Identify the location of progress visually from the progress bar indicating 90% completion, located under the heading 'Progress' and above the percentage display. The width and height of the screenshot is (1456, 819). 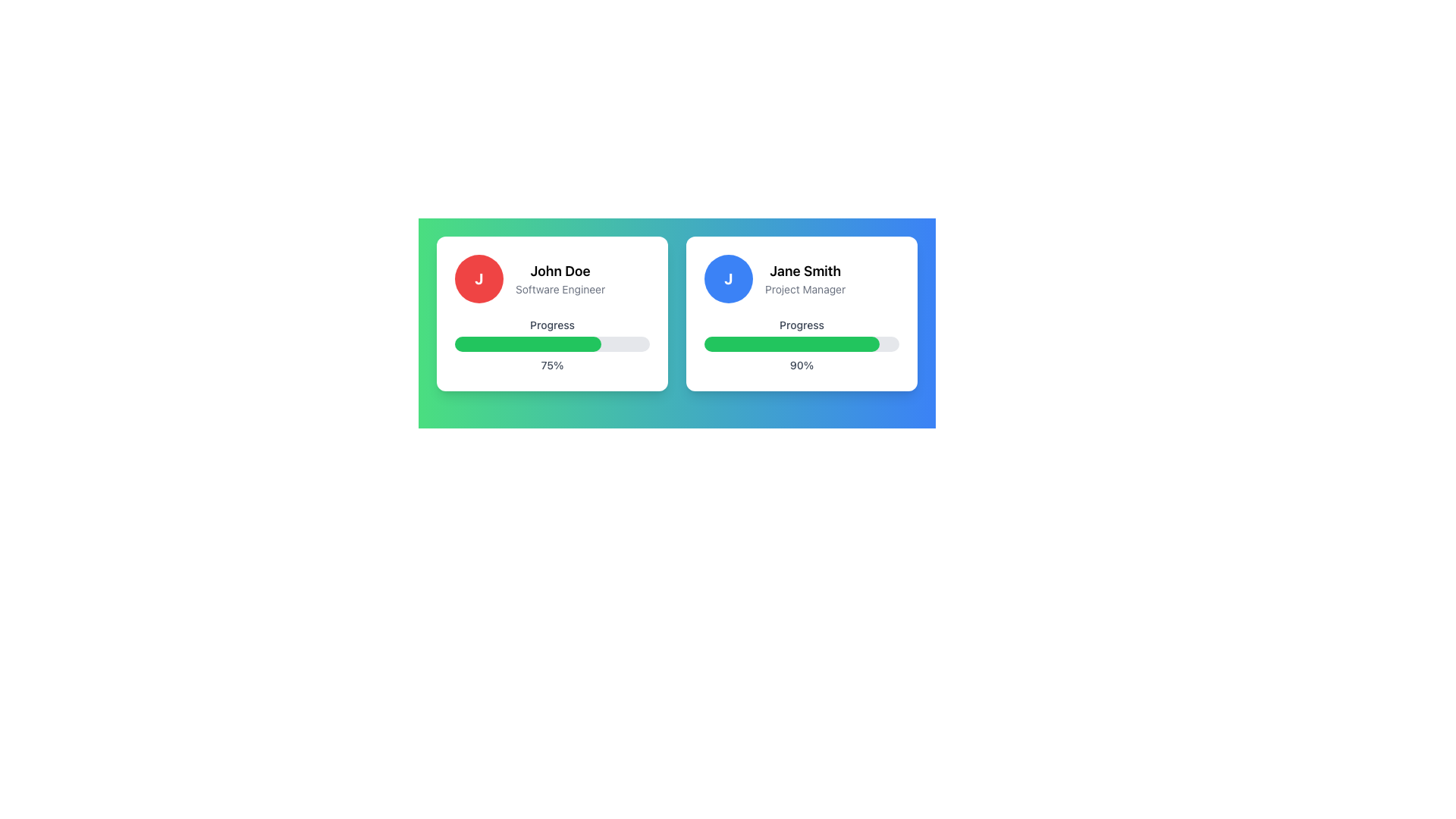
(801, 344).